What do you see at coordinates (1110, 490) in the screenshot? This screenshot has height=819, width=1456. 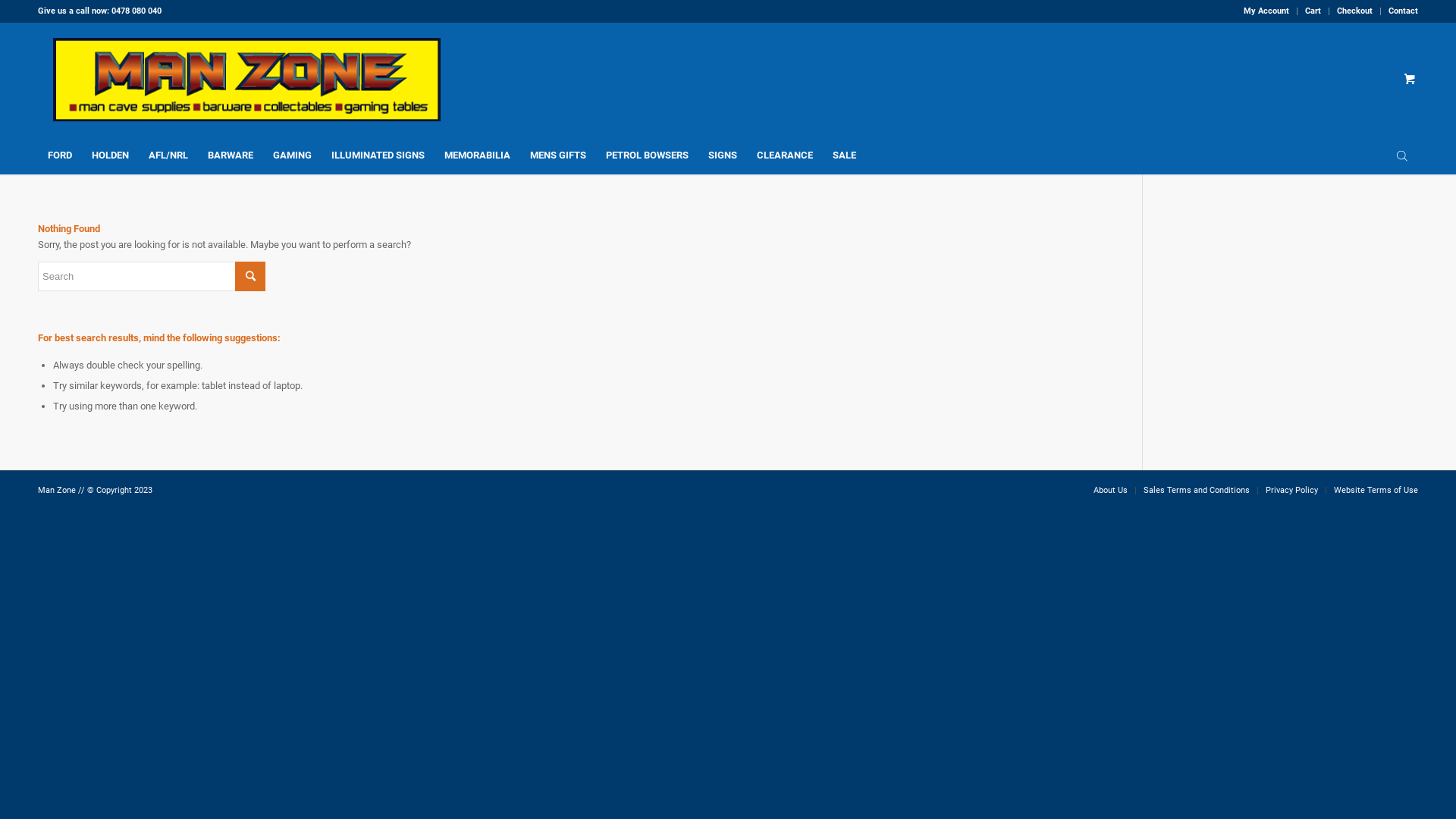 I see `'About Us'` at bounding box center [1110, 490].